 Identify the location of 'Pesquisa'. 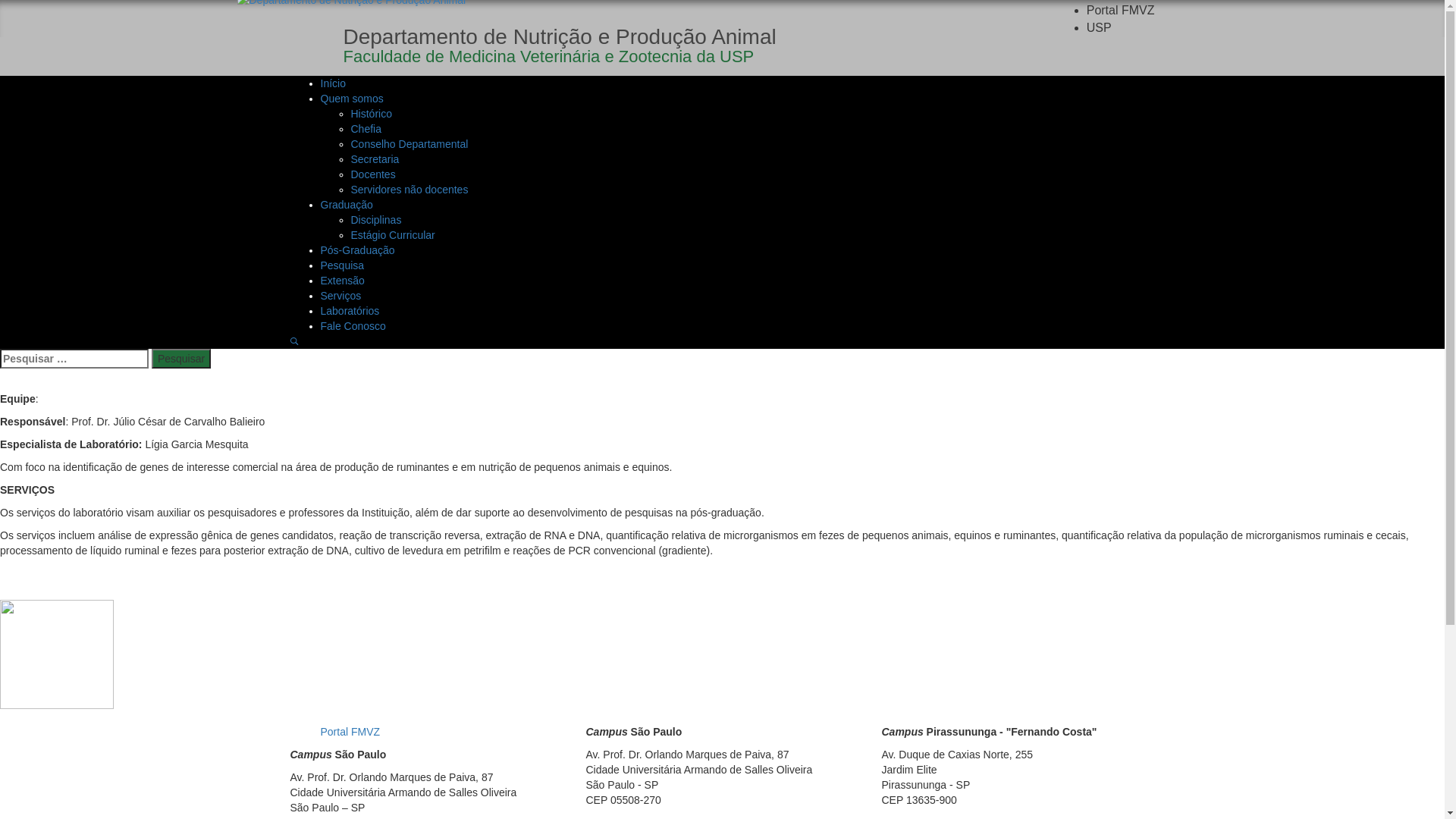
(341, 265).